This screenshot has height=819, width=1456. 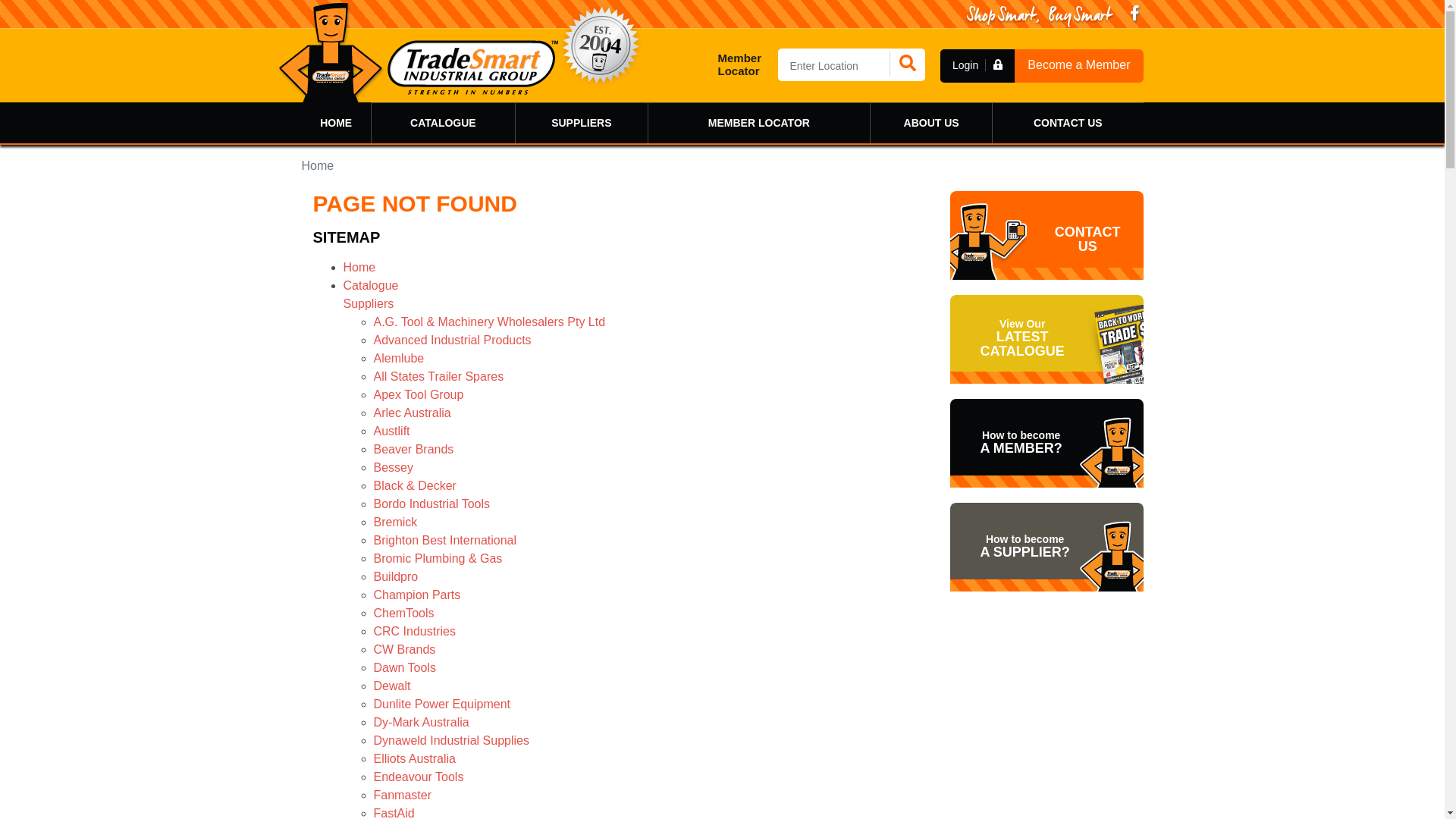 I want to click on 'Champion Parts', so click(x=416, y=594).